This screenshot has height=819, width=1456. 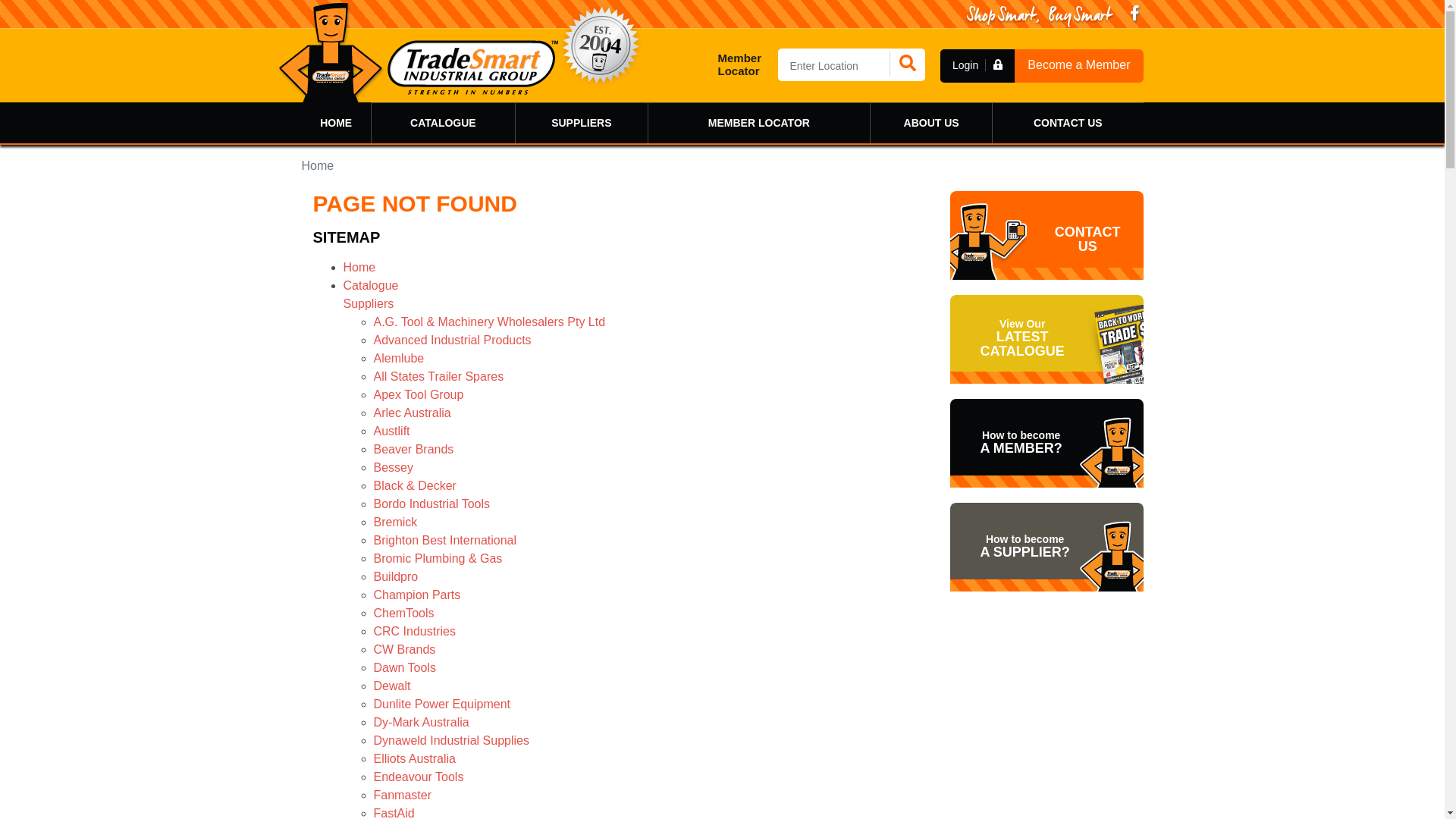 I want to click on 'Champion Parts', so click(x=416, y=594).